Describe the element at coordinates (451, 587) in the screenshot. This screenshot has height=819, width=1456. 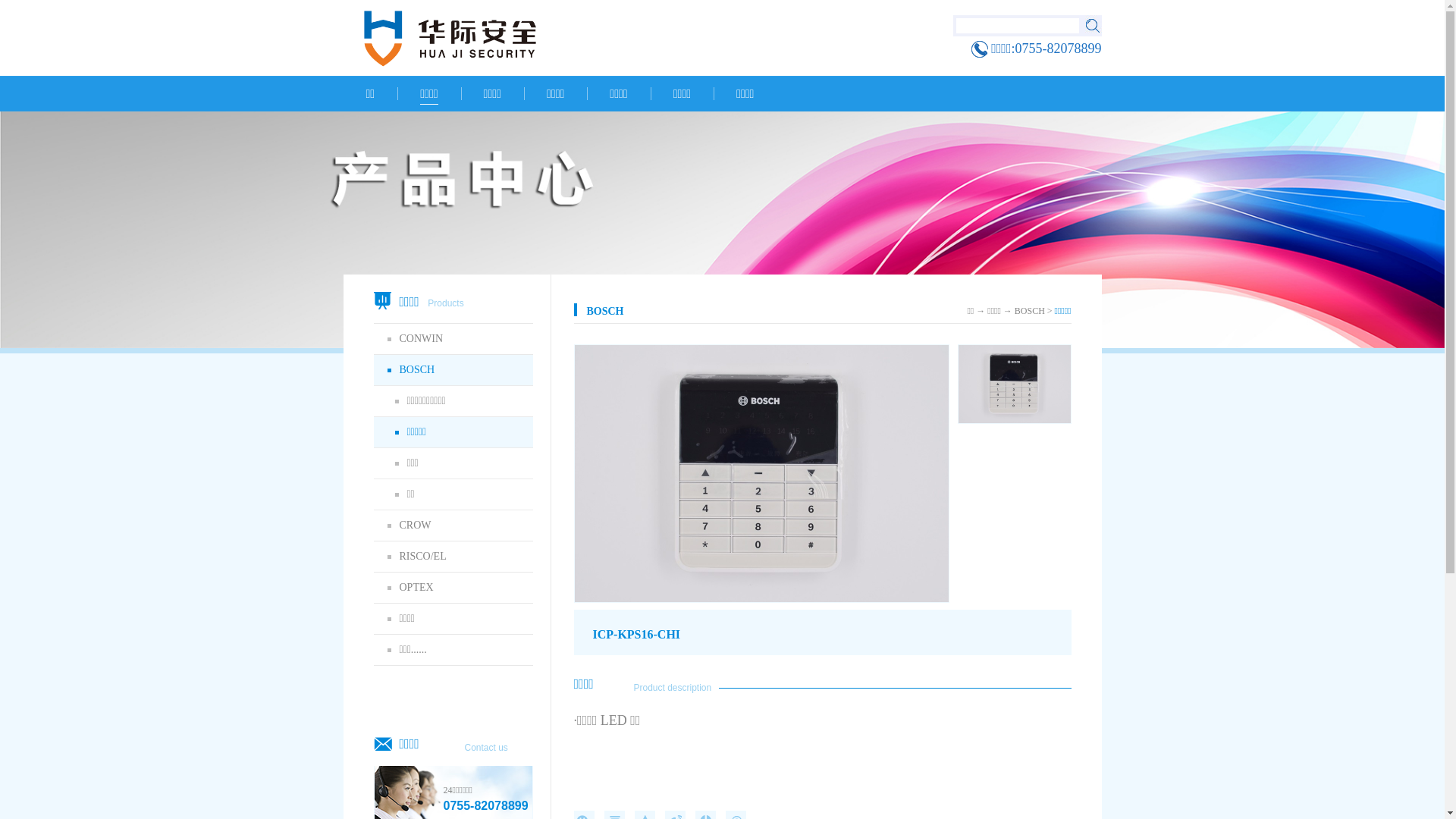
I see `'OPTEX'` at that location.